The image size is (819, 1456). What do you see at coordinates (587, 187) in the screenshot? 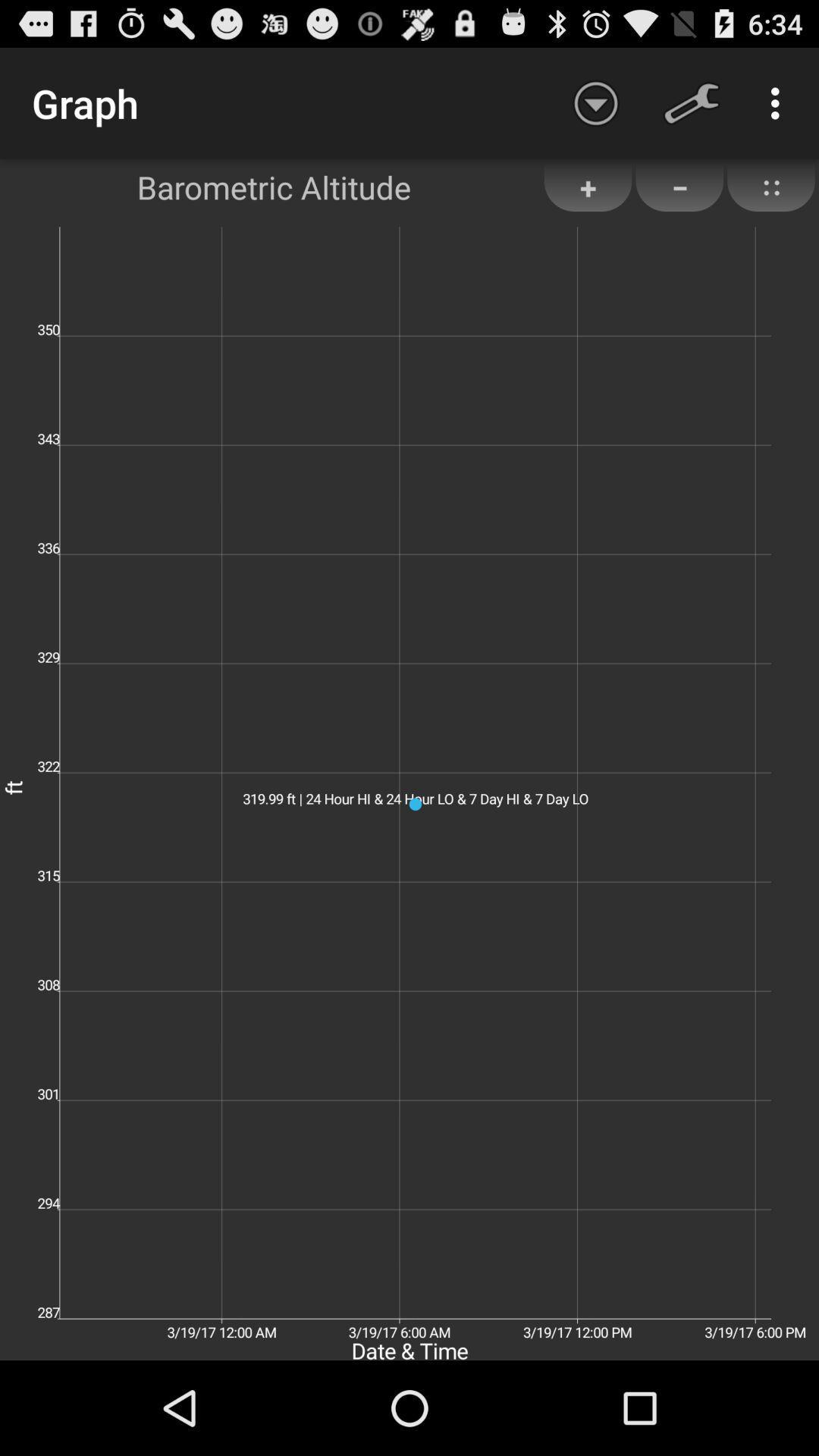
I see `the + icon` at bounding box center [587, 187].